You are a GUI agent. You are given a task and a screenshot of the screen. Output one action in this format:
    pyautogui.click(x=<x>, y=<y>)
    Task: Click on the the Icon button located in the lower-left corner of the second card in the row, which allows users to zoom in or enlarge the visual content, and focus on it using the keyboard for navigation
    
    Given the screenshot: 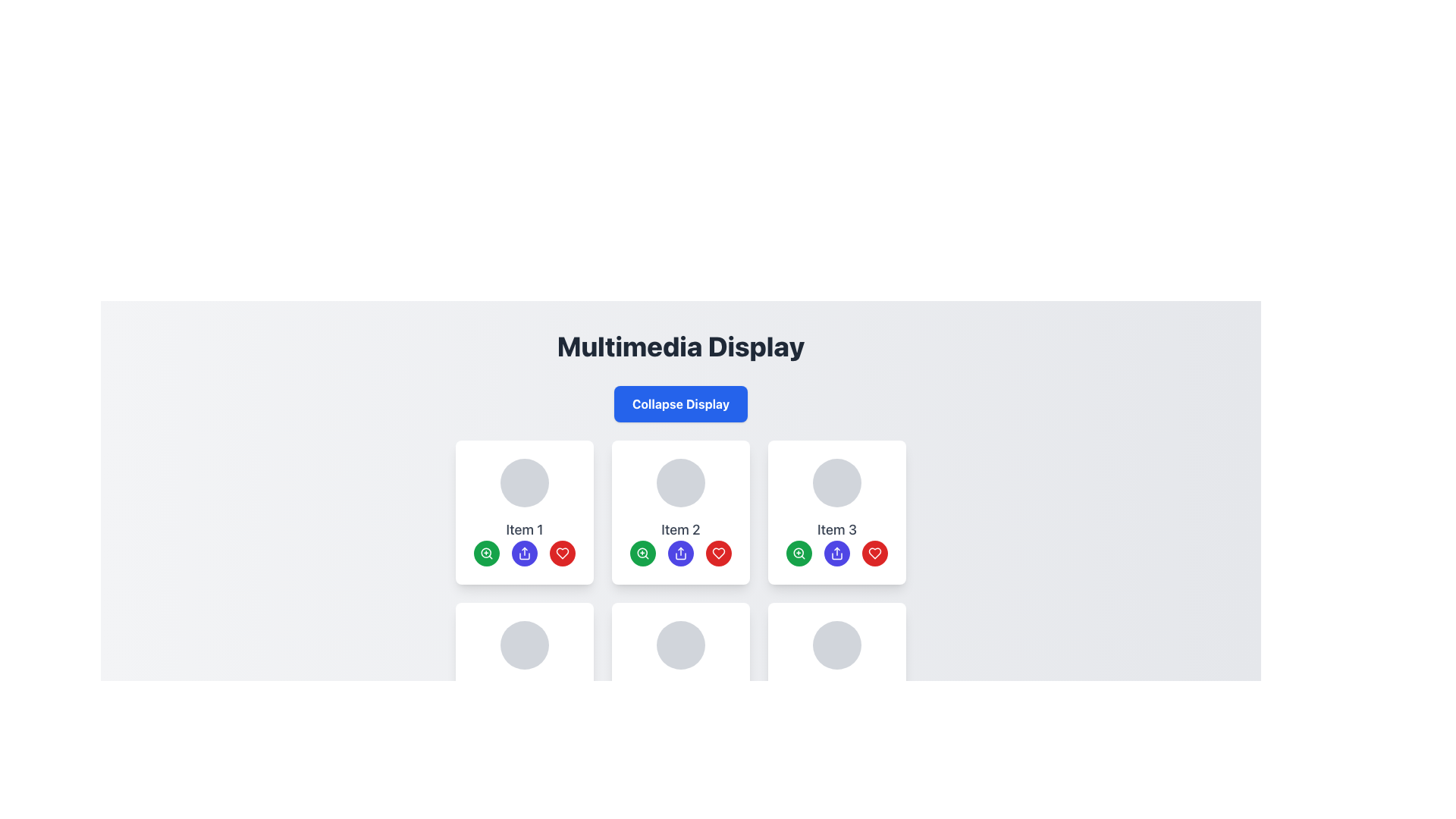 What is the action you would take?
    pyautogui.click(x=642, y=553)
    